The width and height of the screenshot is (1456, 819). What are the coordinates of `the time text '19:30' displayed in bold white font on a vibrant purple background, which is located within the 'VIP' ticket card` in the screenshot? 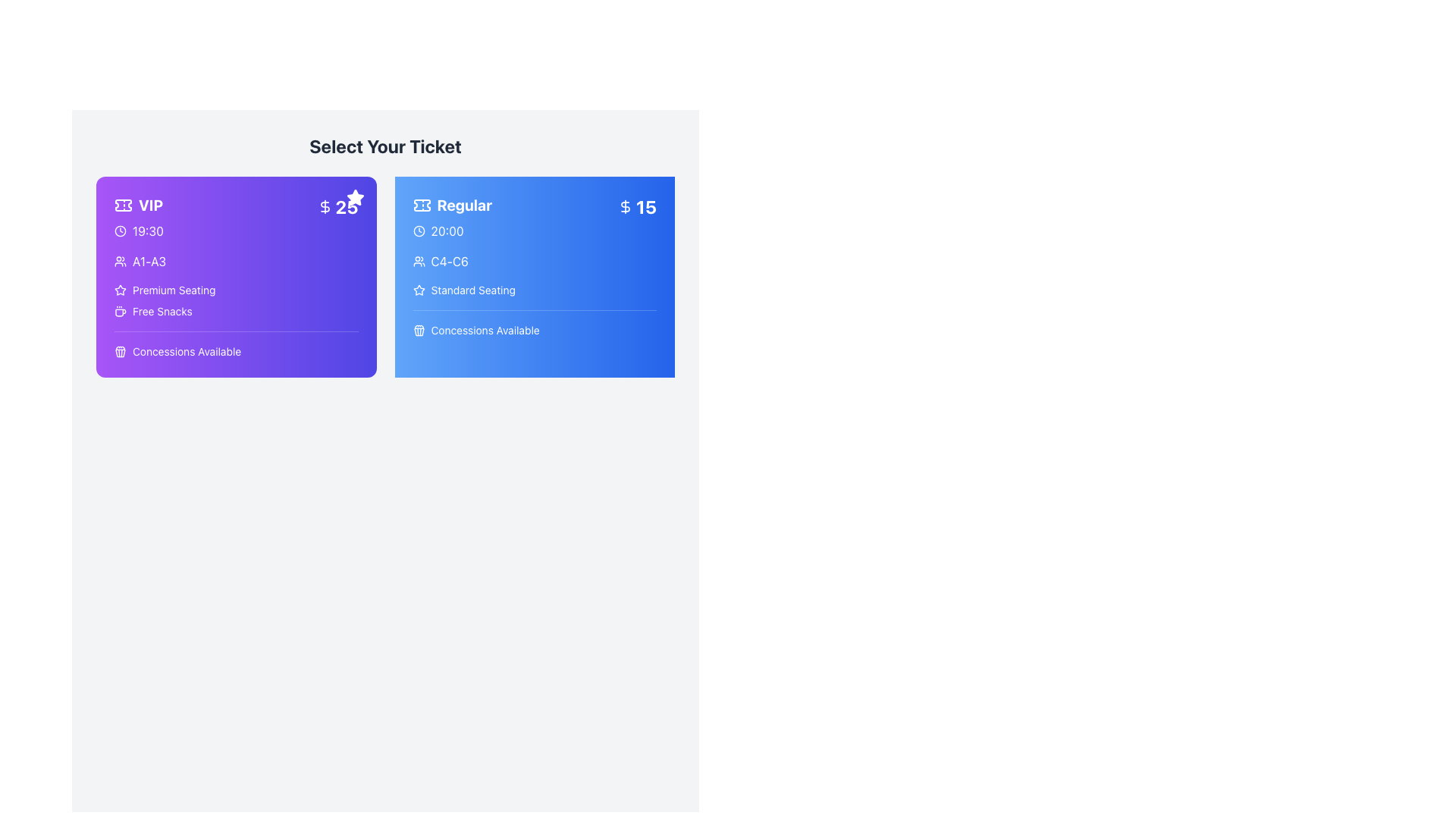 It's located at (139, 231).